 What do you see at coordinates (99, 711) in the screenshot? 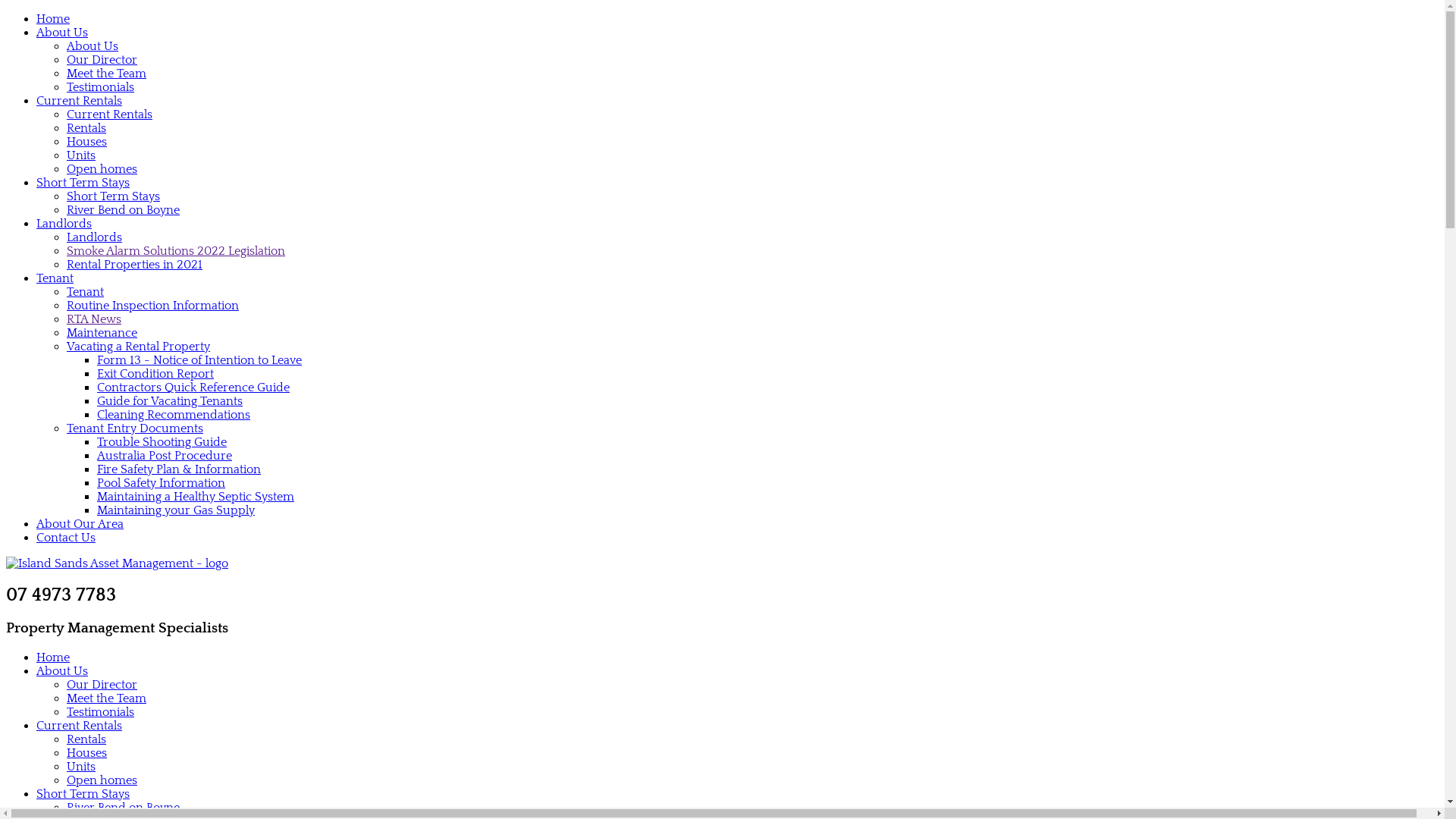
I see `'Testimonials'` at bounding box center [99, 711].